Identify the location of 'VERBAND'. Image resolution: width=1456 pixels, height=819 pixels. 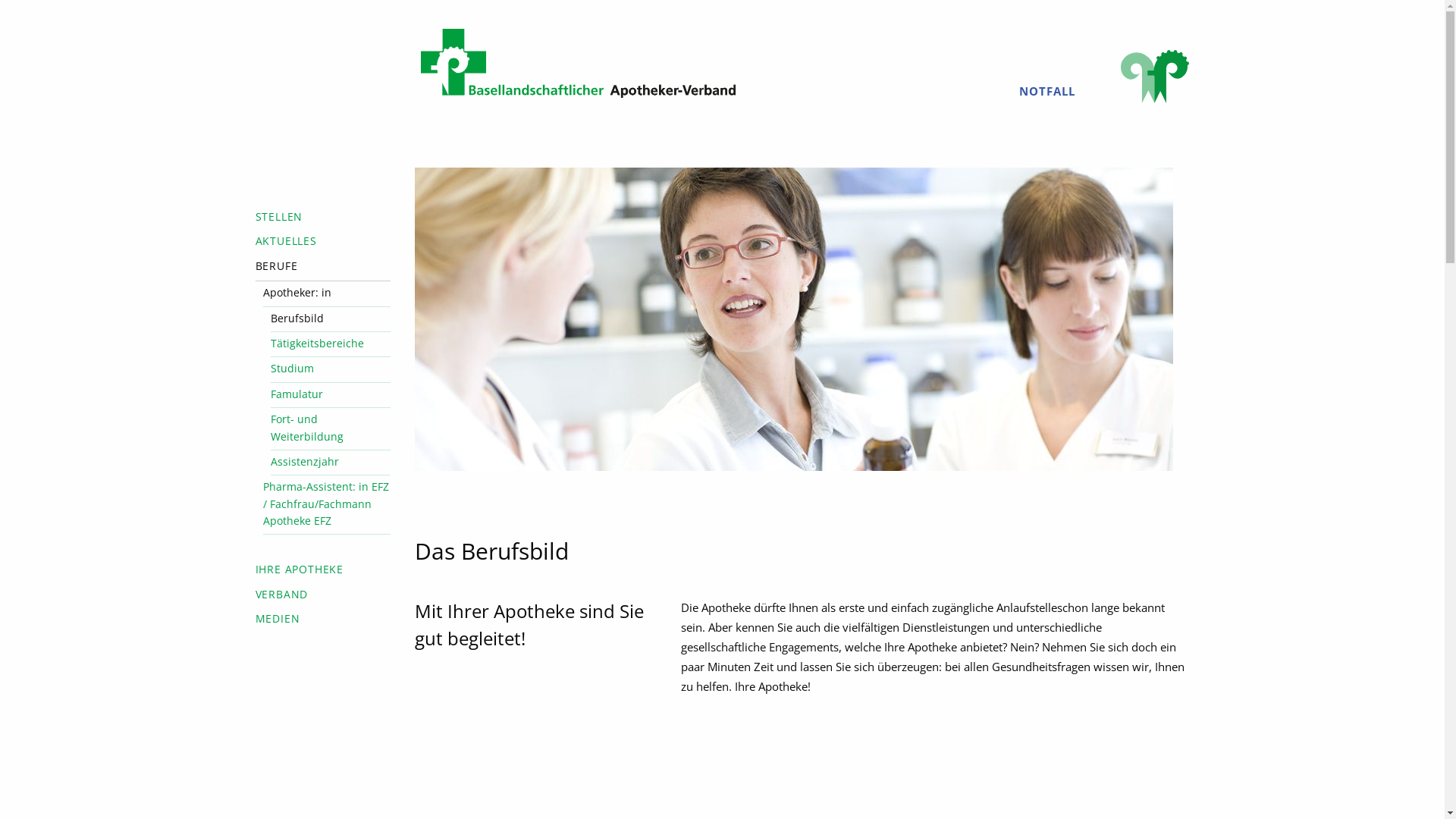
(255, 595).